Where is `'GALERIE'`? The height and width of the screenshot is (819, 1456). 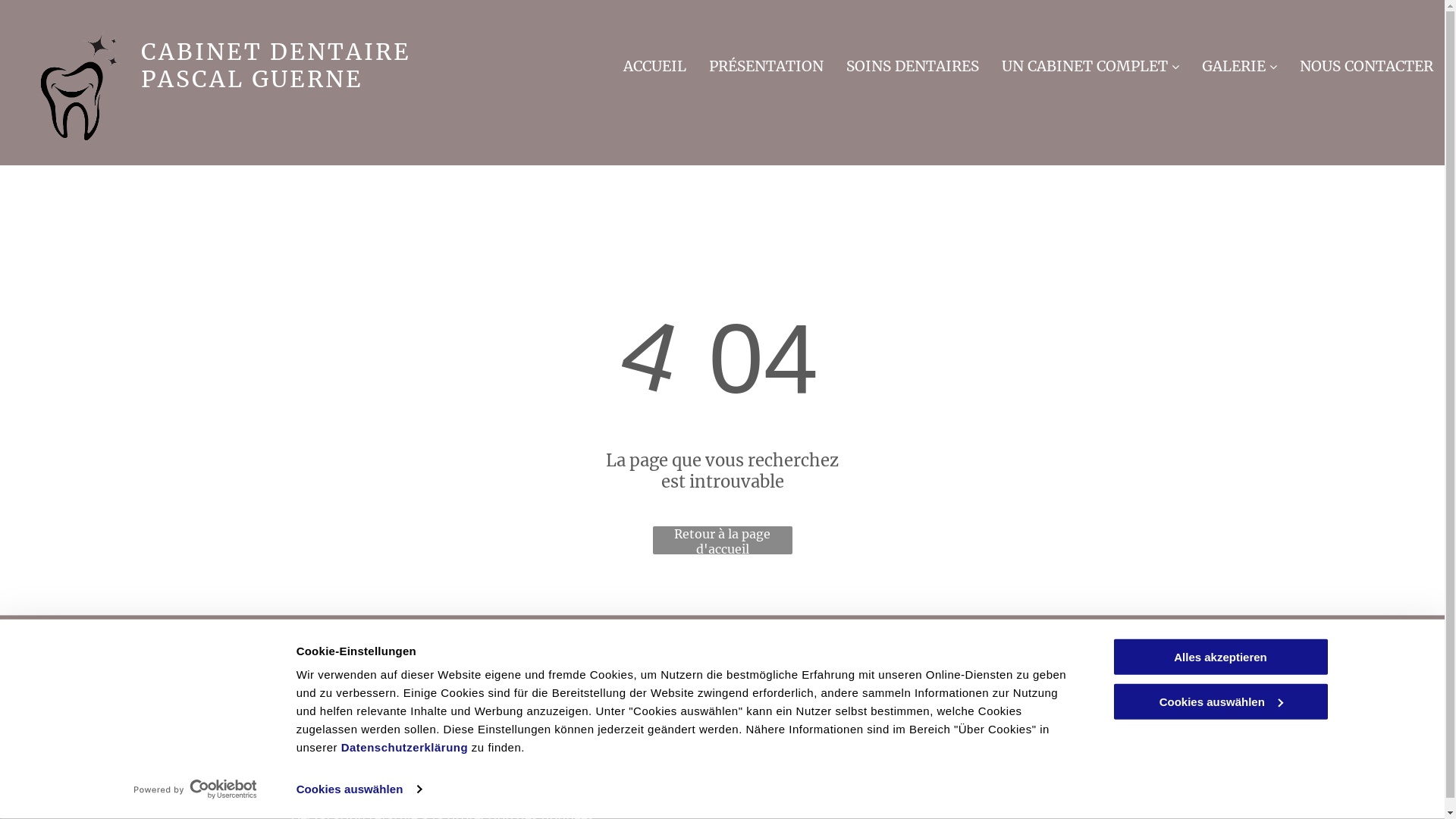 'GALERIE' is located at coordinates (1239, 63).